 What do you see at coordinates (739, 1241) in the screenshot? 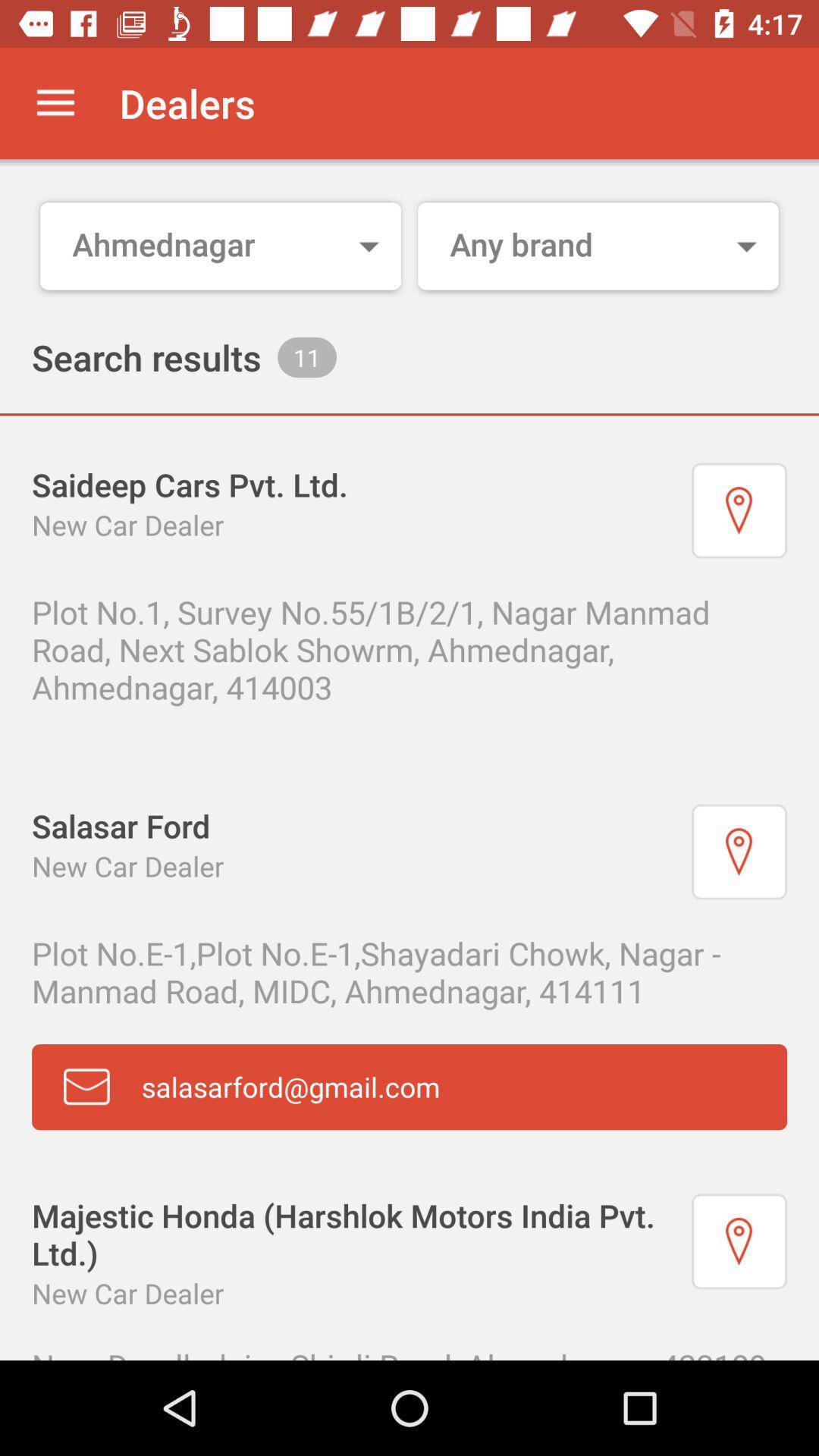
I see `see on map` at bounding box center [739, 1241].